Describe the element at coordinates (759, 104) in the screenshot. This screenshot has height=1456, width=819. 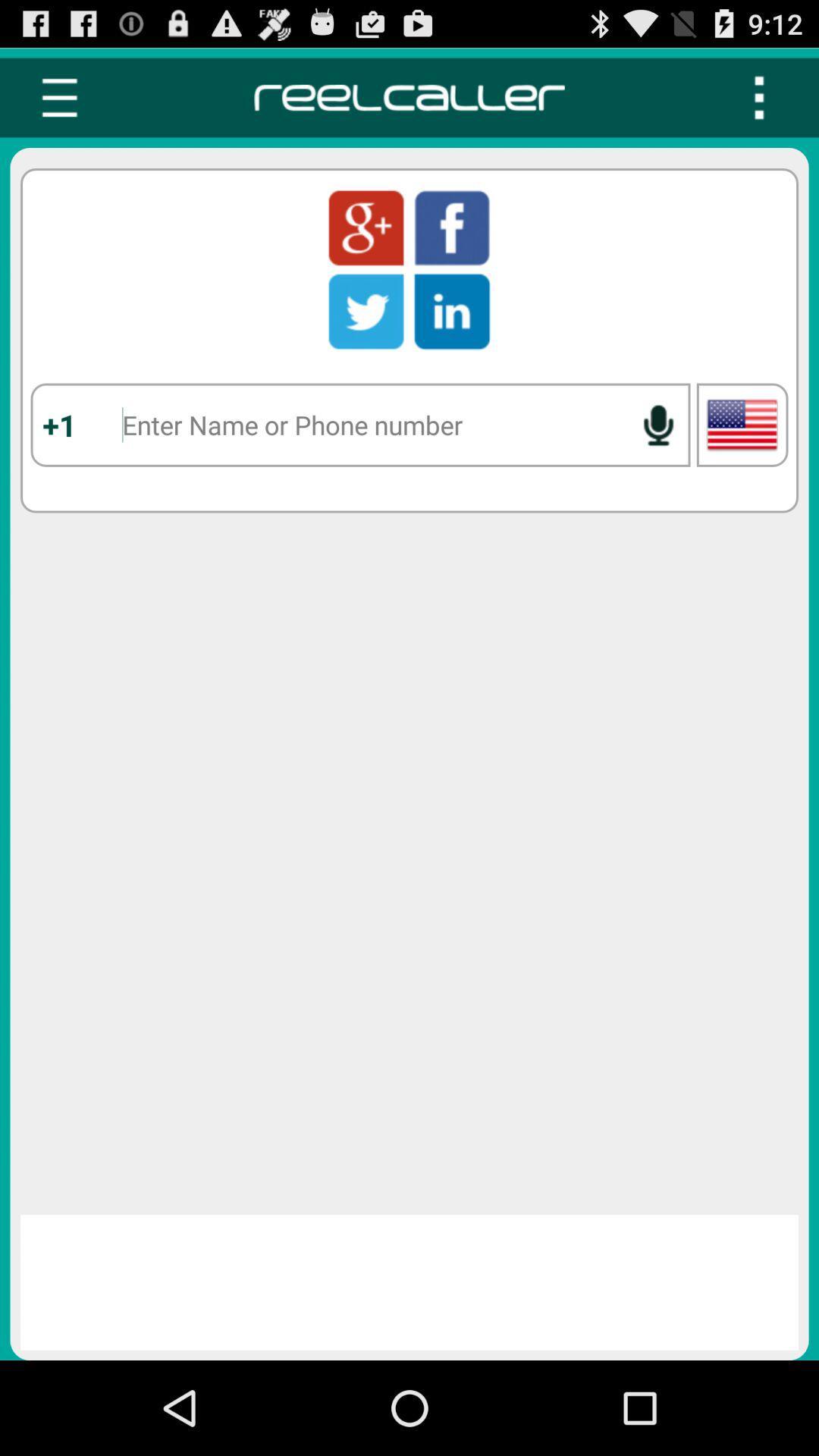
I see `the more icon` at that location.